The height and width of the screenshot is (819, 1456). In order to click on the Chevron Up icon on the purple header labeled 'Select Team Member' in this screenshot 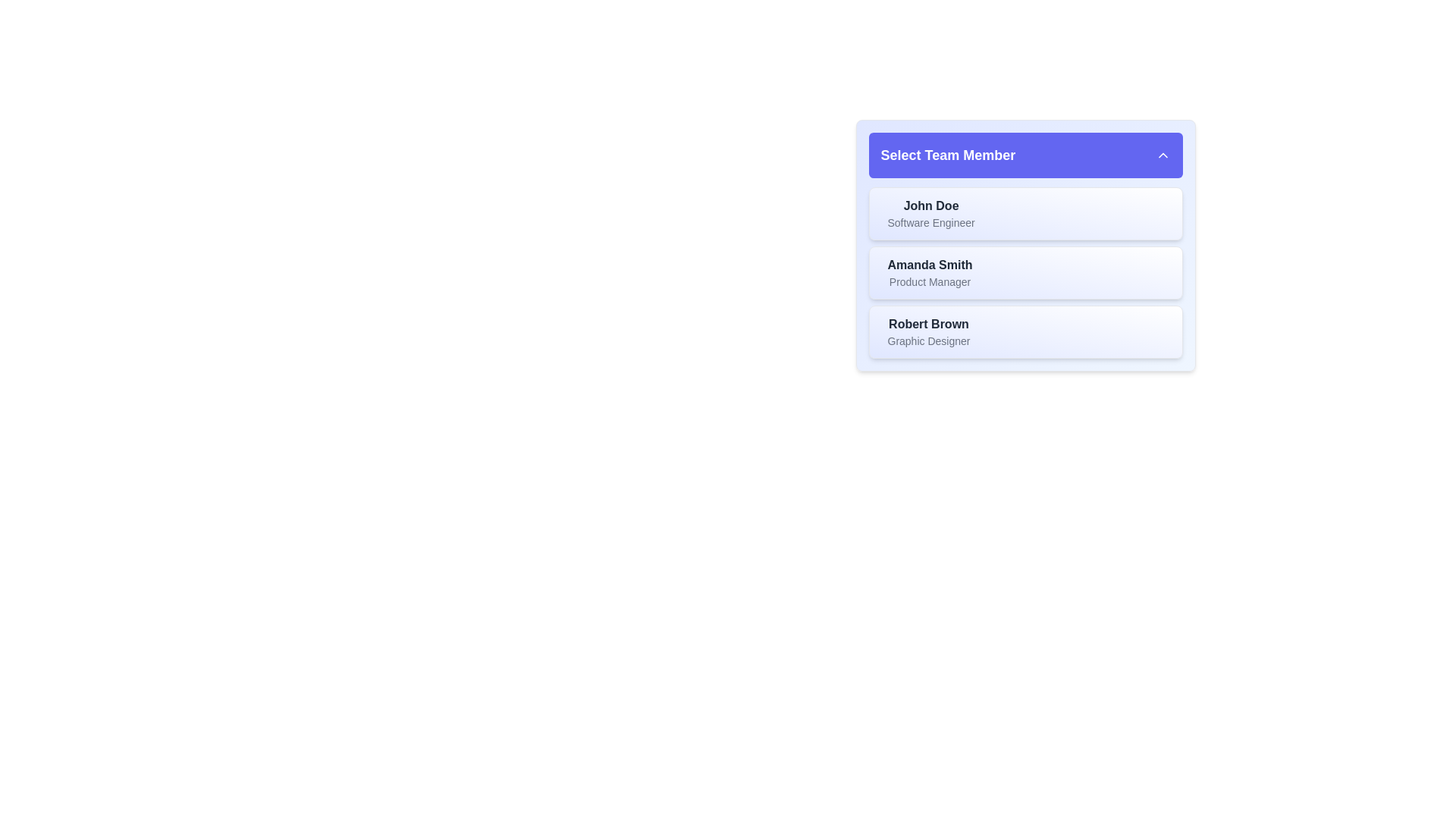, I will do `click(1162, 155)`.